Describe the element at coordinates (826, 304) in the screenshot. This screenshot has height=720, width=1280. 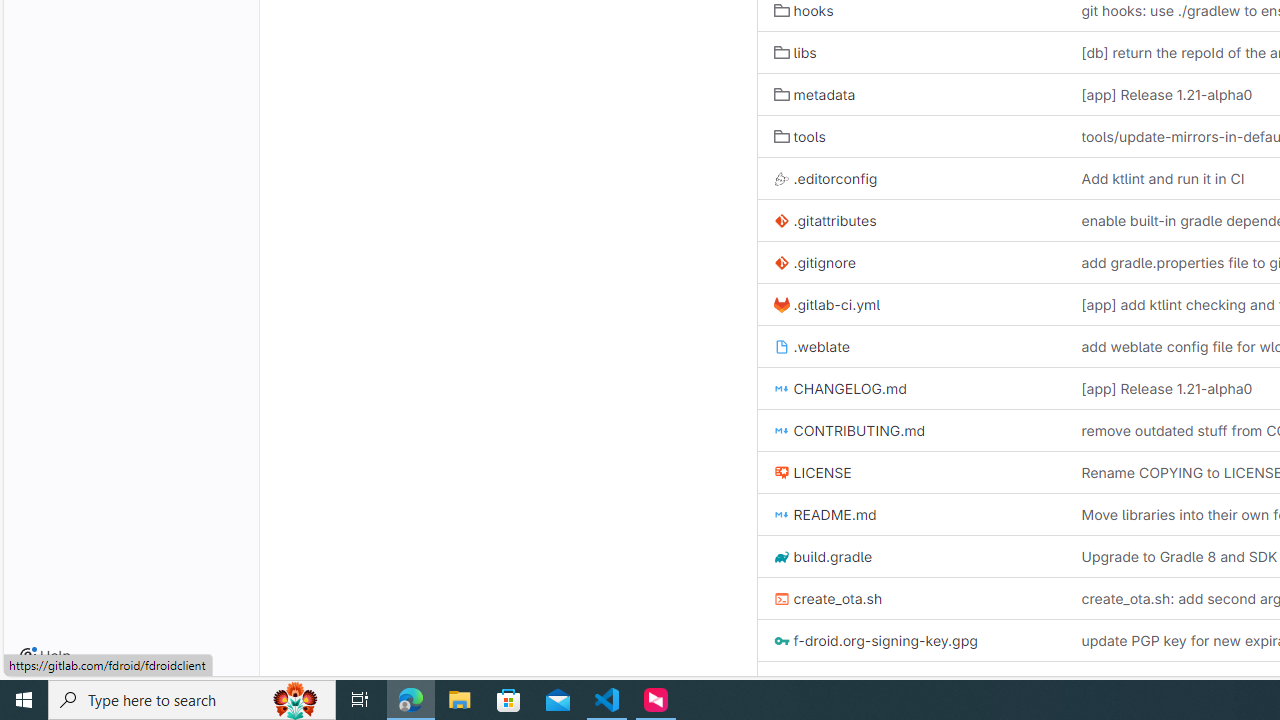
I see `'.gitlab-ci.yml'` at that location.